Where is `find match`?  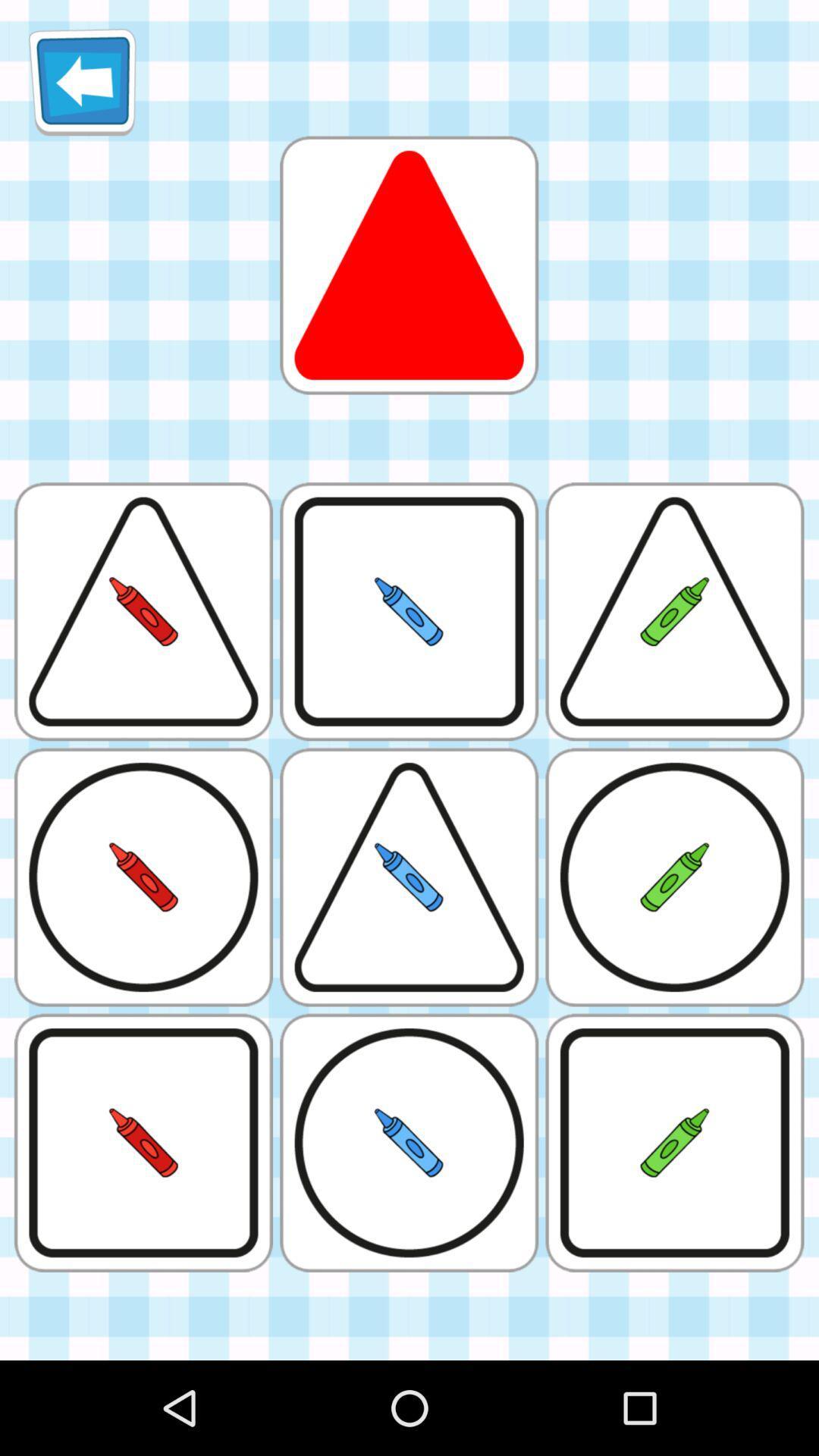
find match is located at coordinates (408, 265).